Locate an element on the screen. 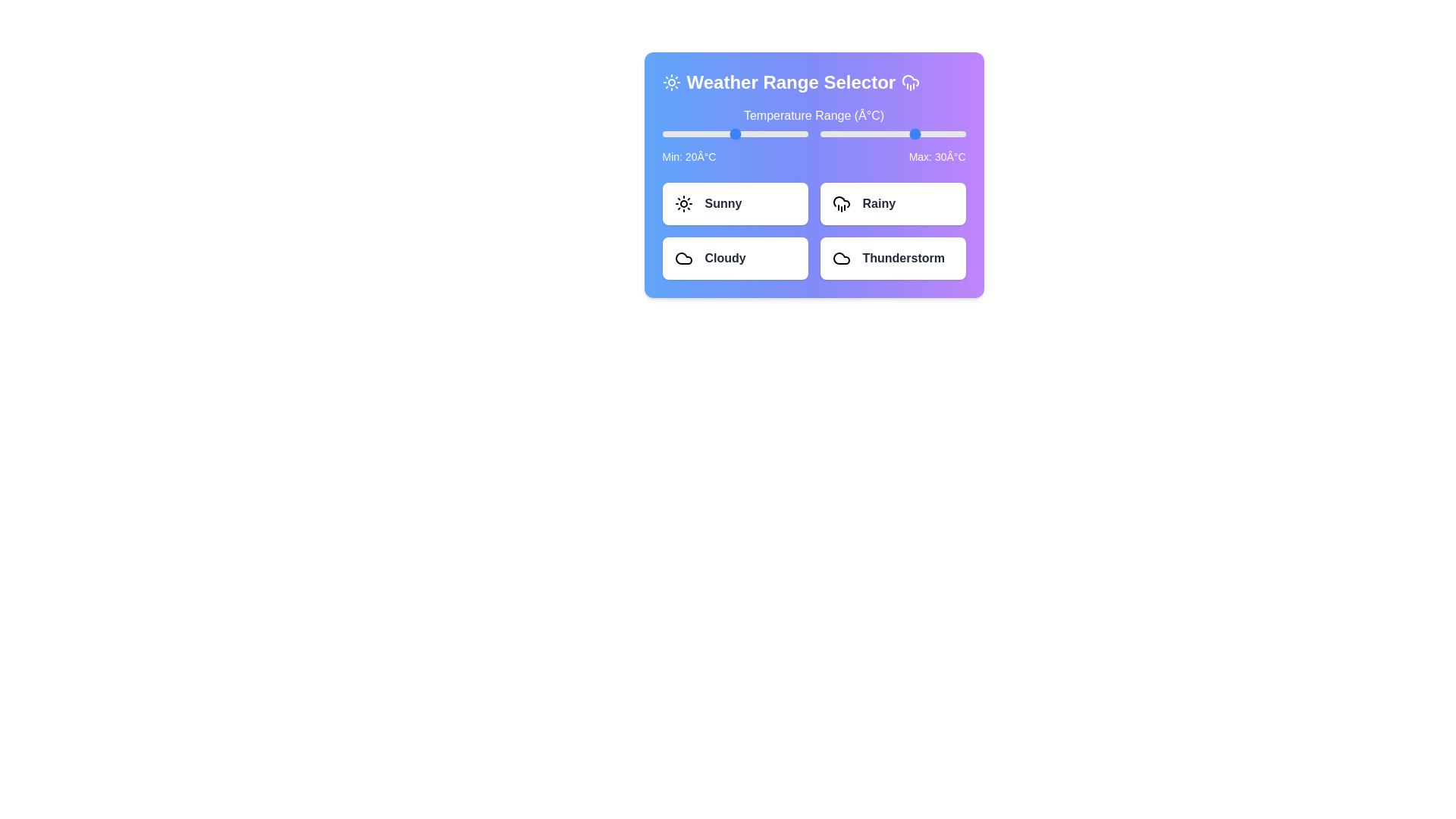 Image resolution: width=1456 pixels, height=819 pixels. the minimum temperature range slider to 15°C is located at coordinates (722, 133).